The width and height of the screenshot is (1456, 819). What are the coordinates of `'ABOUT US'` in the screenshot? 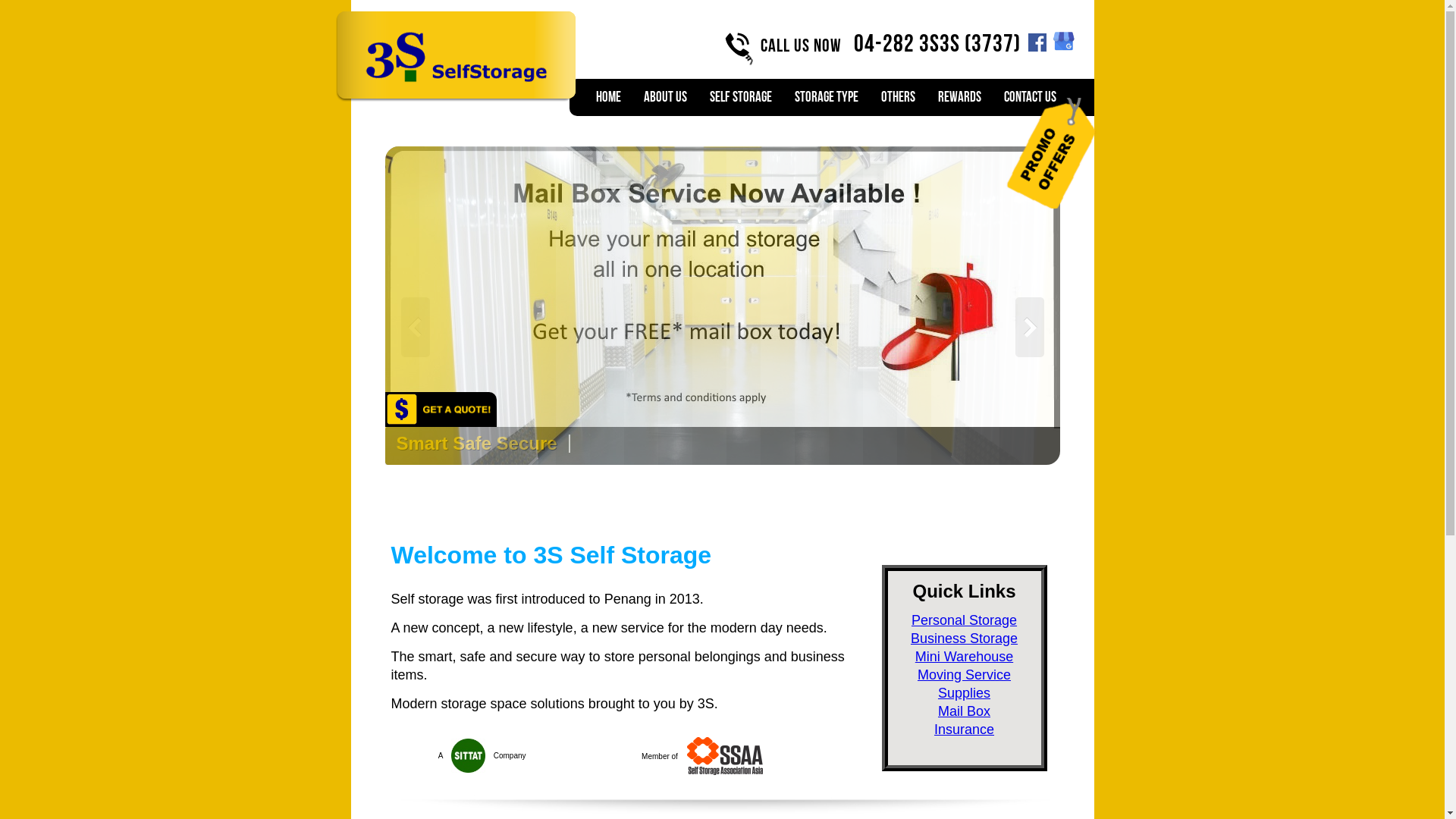 It's located at (664, 97).